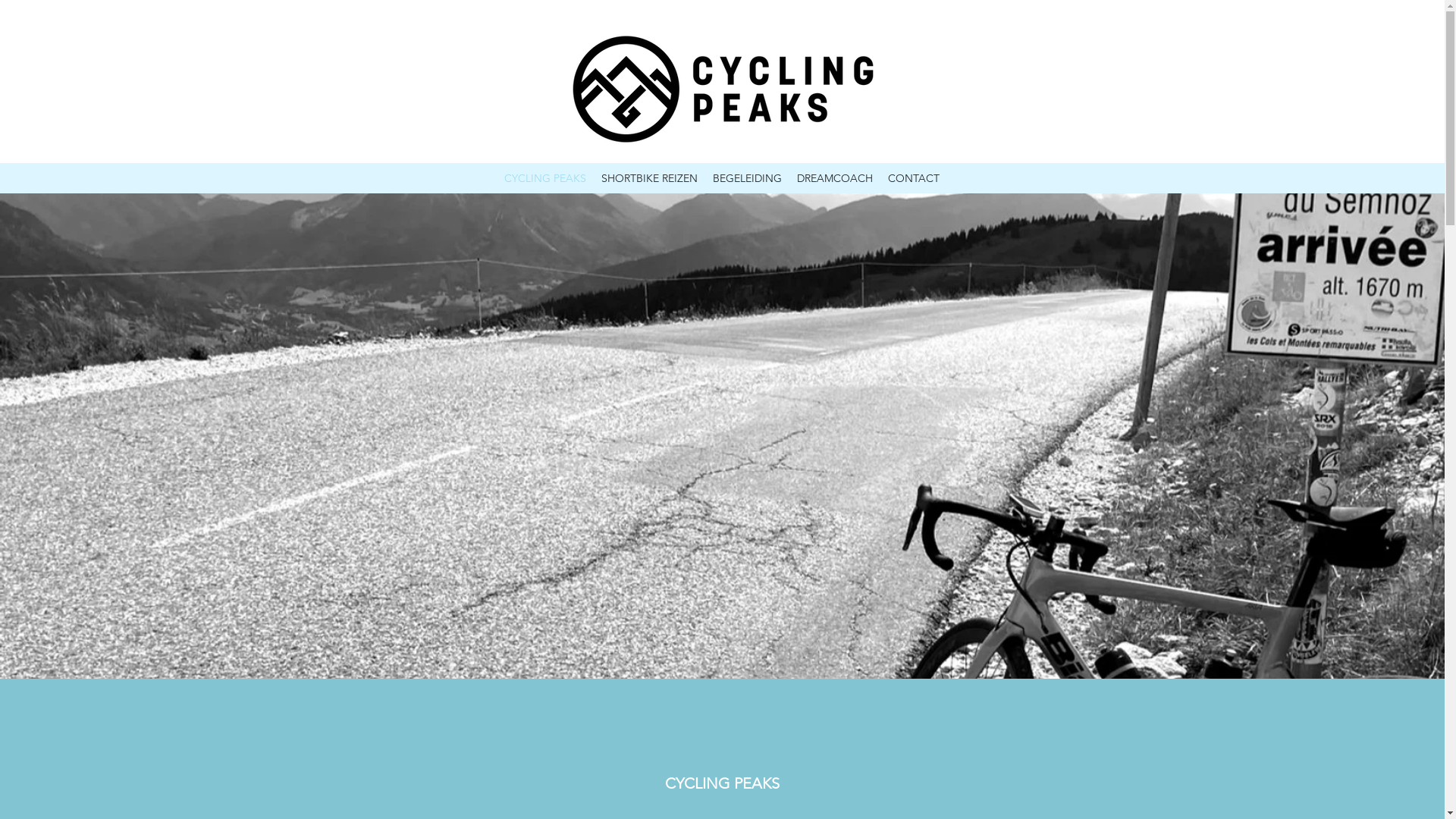 The width and height of the screenshot is (1456, 819). Describe the element at coordinates (649, 177) in the screenshot. I see `'SHORTBIKE REIZEN'` at that location.